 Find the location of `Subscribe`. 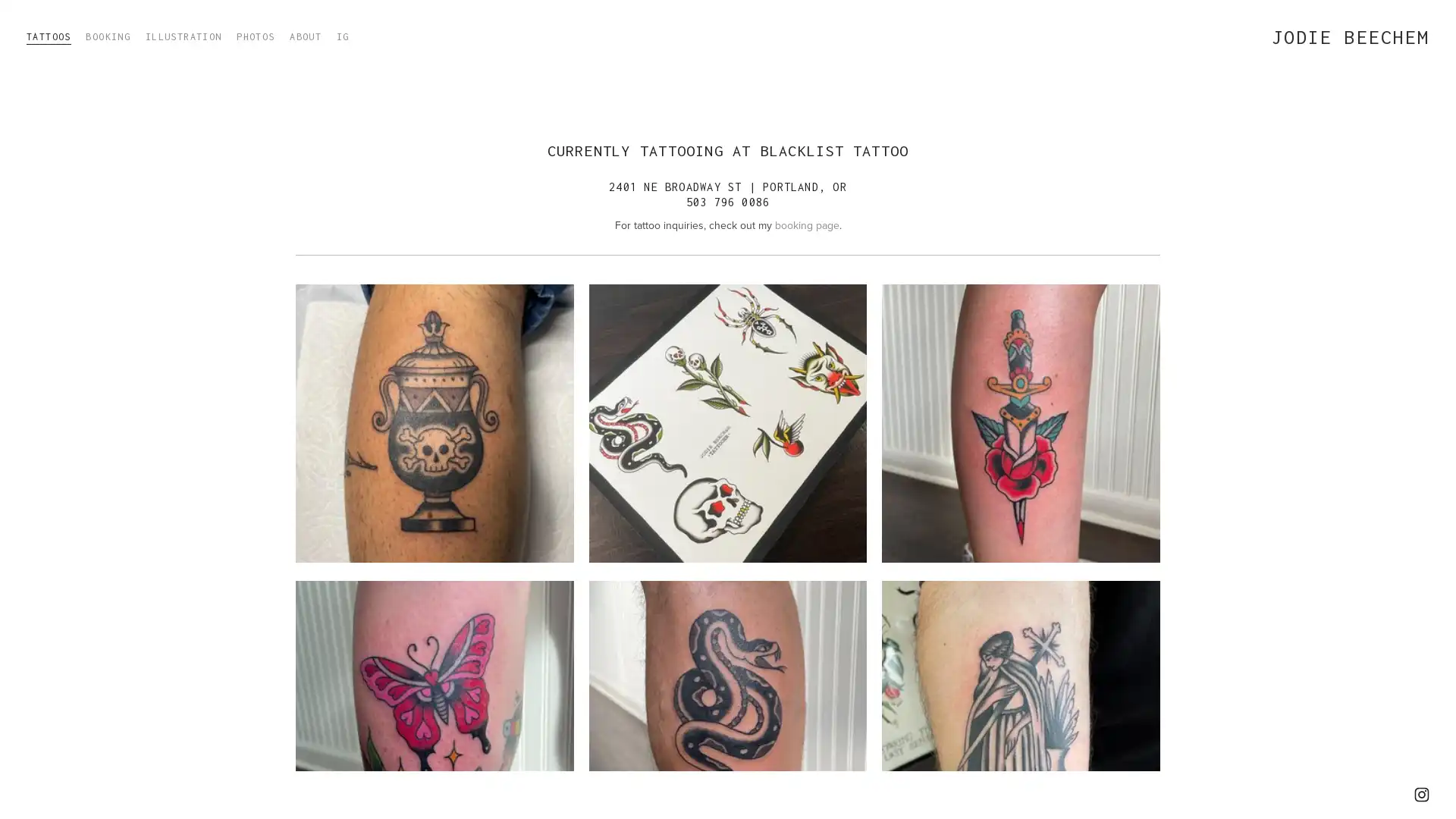

Subscribe is located at coordinates (859, 435).